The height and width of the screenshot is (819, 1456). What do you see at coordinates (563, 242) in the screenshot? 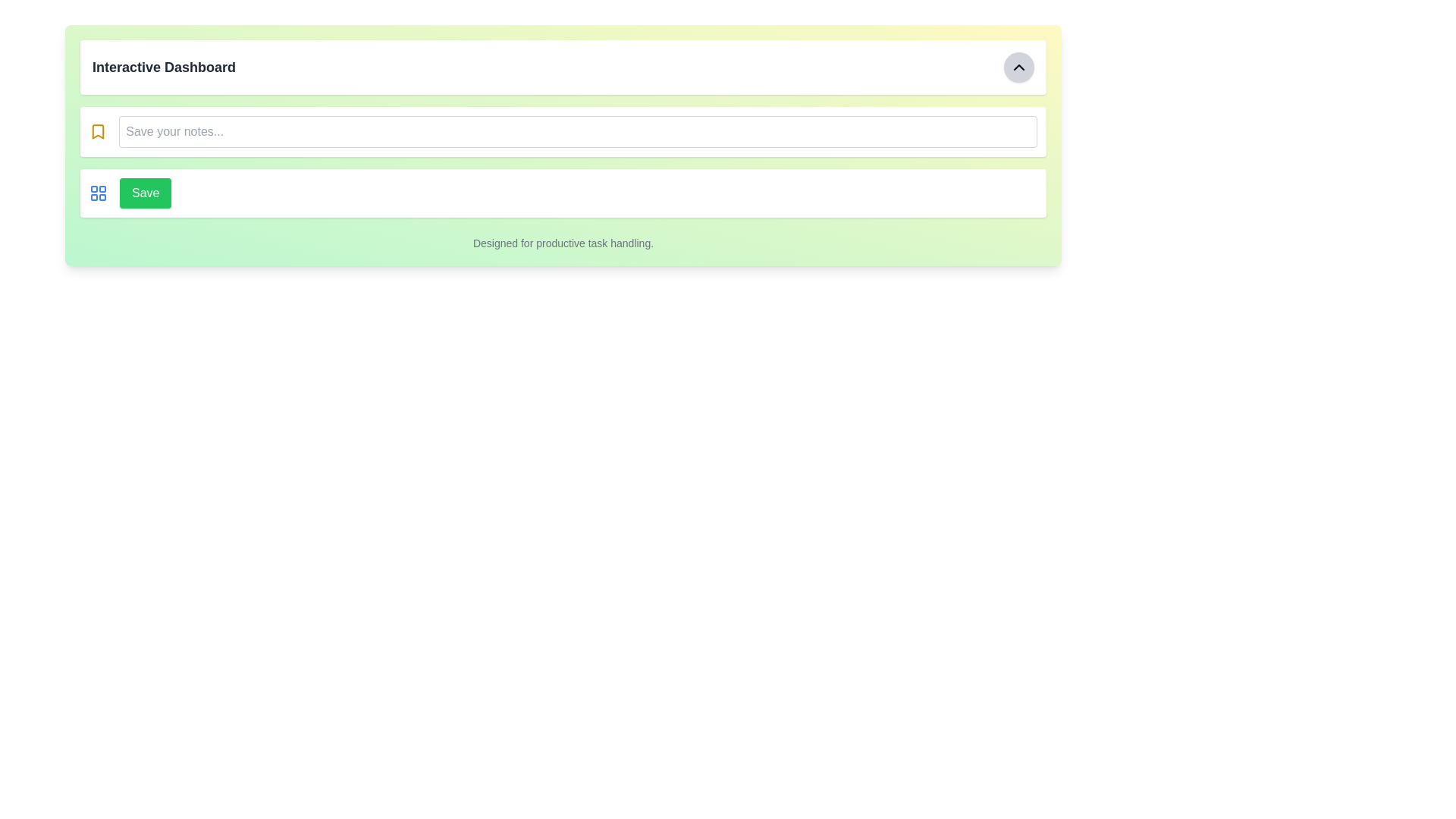
I see `the text element displaying 'Designed for productive task handling.' which is positioned below the save button and text input field in a greenish background panel` at bounding box center [563, 242].